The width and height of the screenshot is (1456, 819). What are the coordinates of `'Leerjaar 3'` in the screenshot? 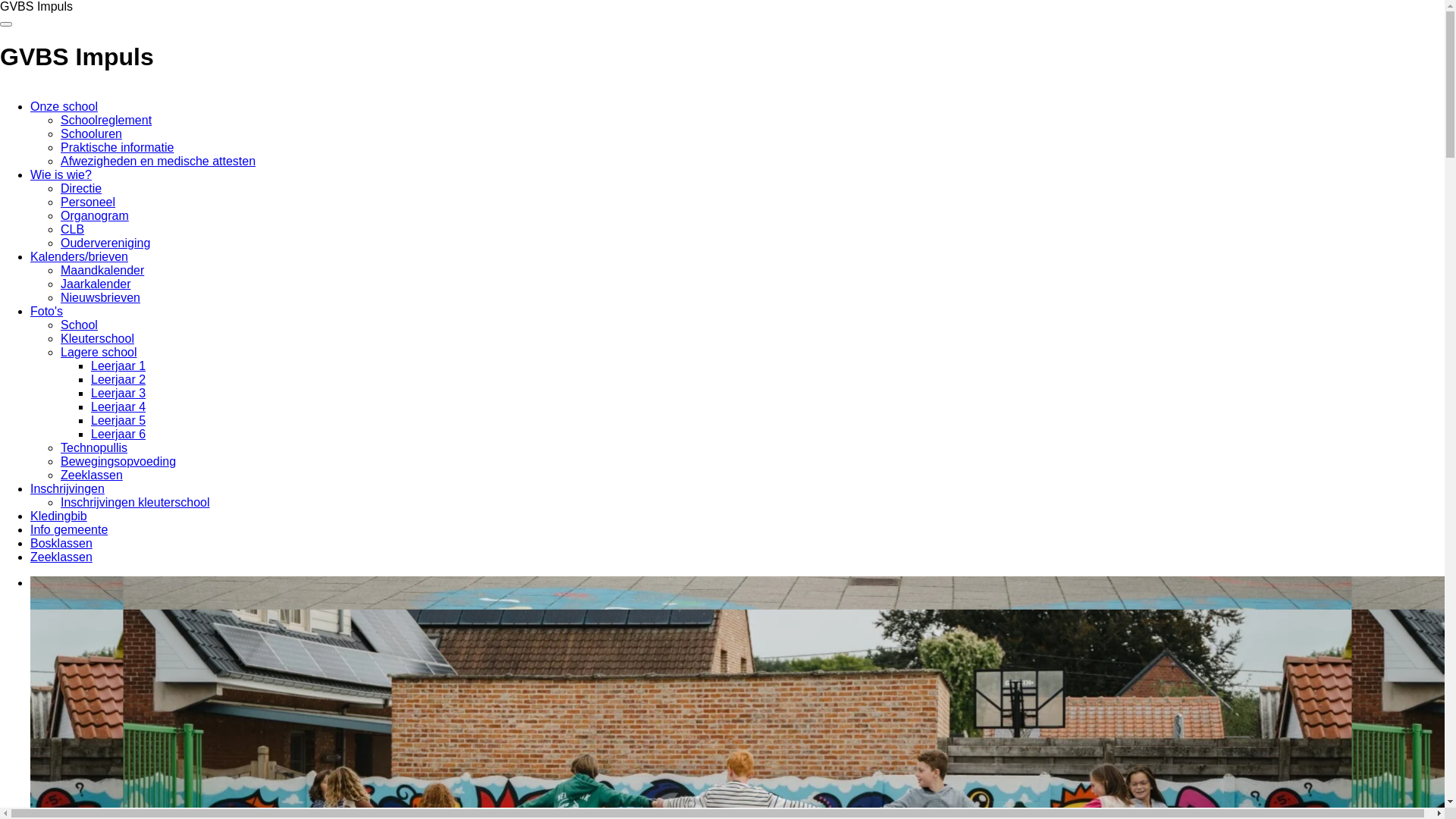 It's located at (118, 392).